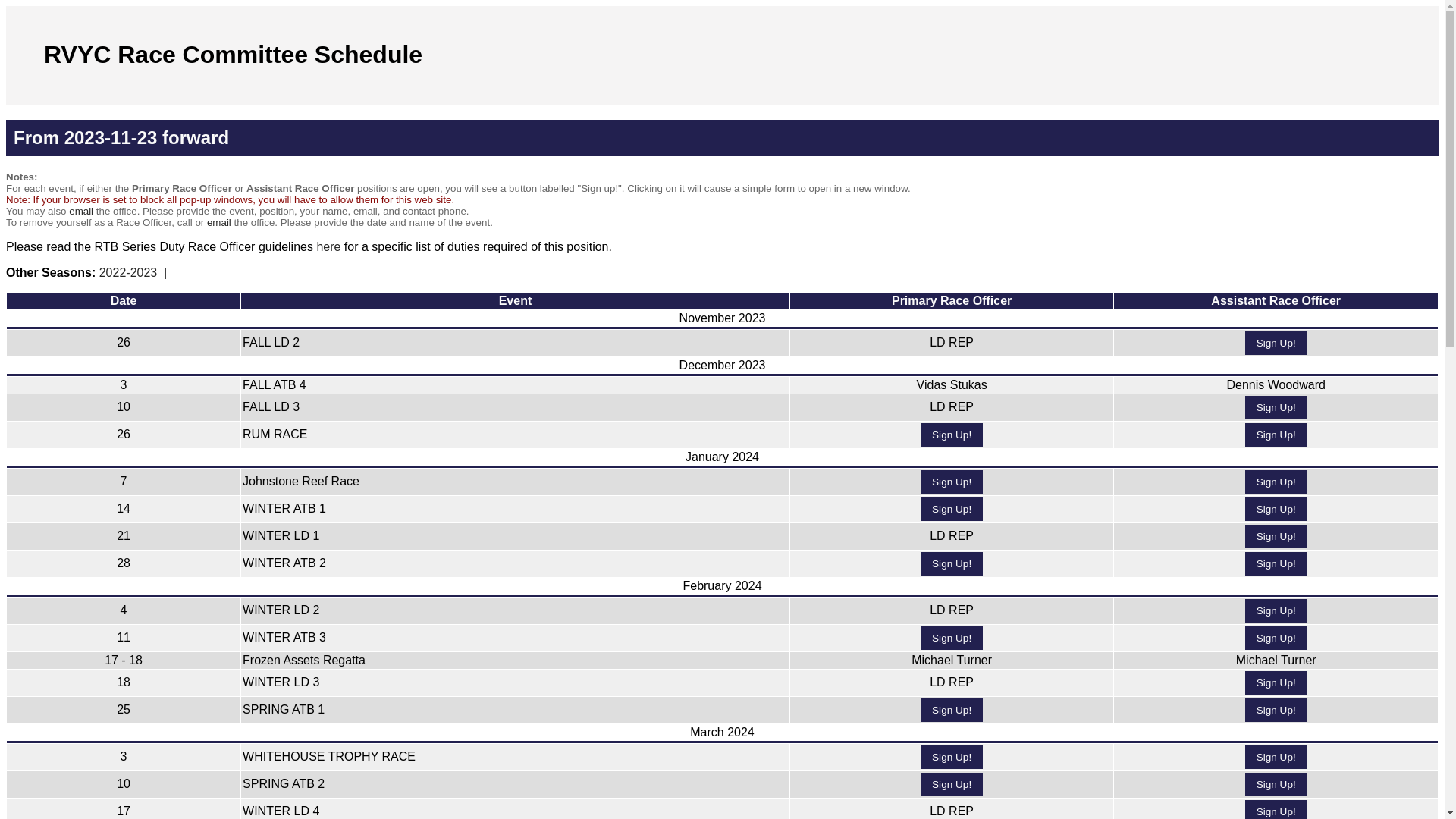 The width and height of the screenshot is (1456, 819). Describe the element at coordinates (1244, 710) in the screenshot. I see `'Sign Up!'` at that location.